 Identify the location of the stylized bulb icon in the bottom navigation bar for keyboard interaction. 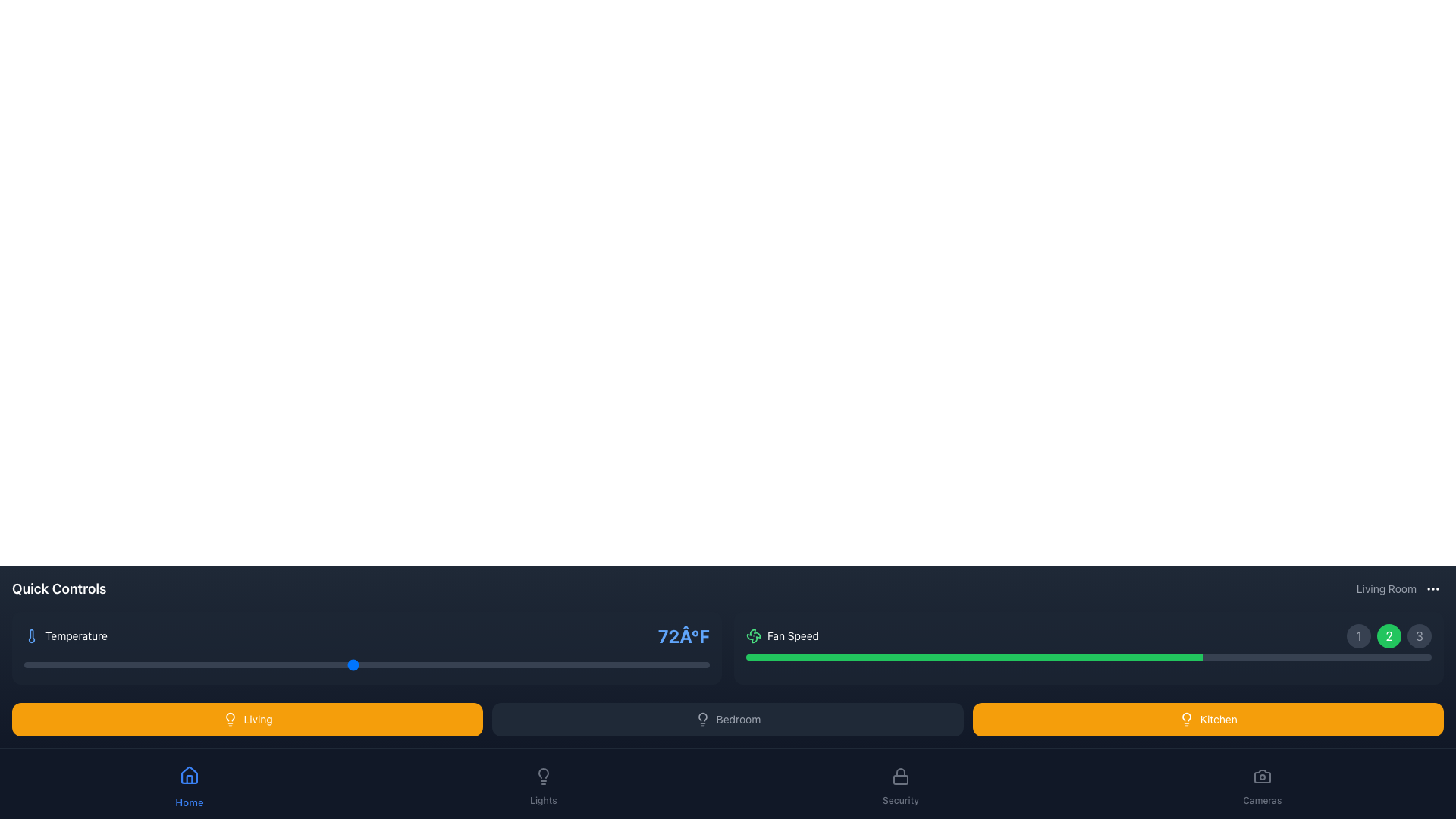
(543, 773).